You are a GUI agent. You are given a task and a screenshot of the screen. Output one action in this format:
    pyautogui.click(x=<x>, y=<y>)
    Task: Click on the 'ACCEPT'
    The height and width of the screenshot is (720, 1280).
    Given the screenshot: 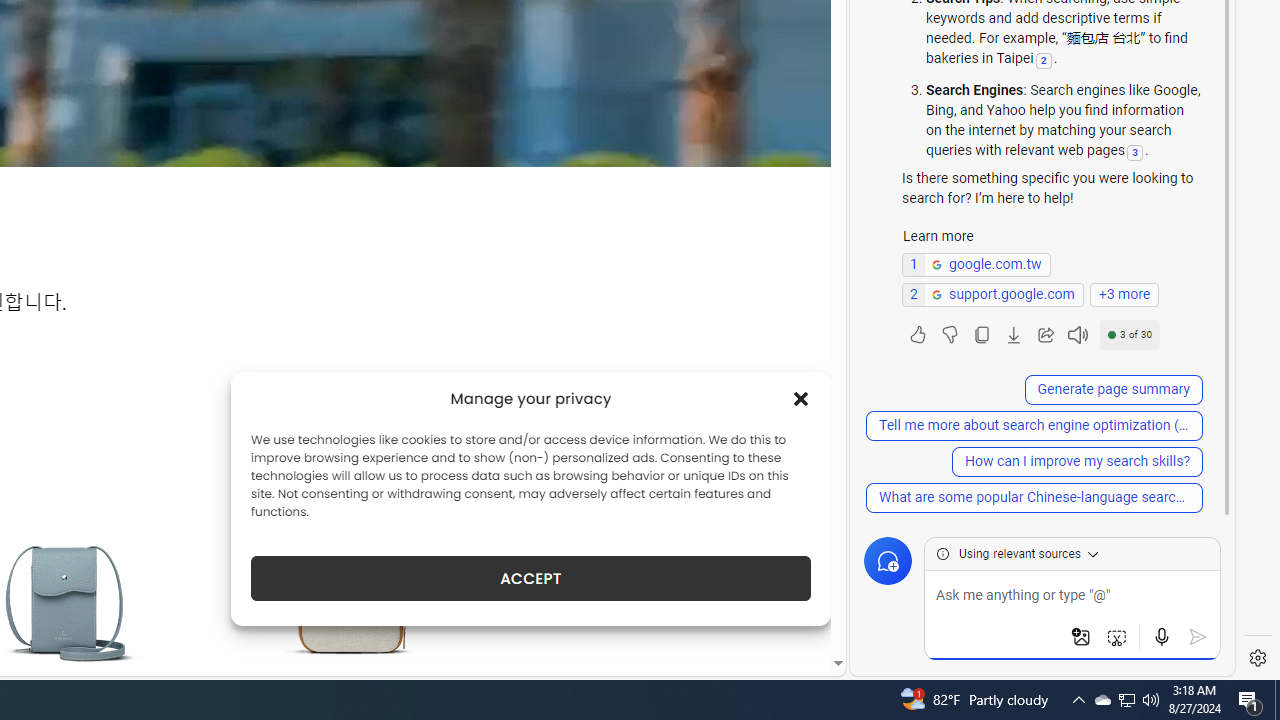 What is the action you would take?
    pyautogui.click(x=531, y=578)
    